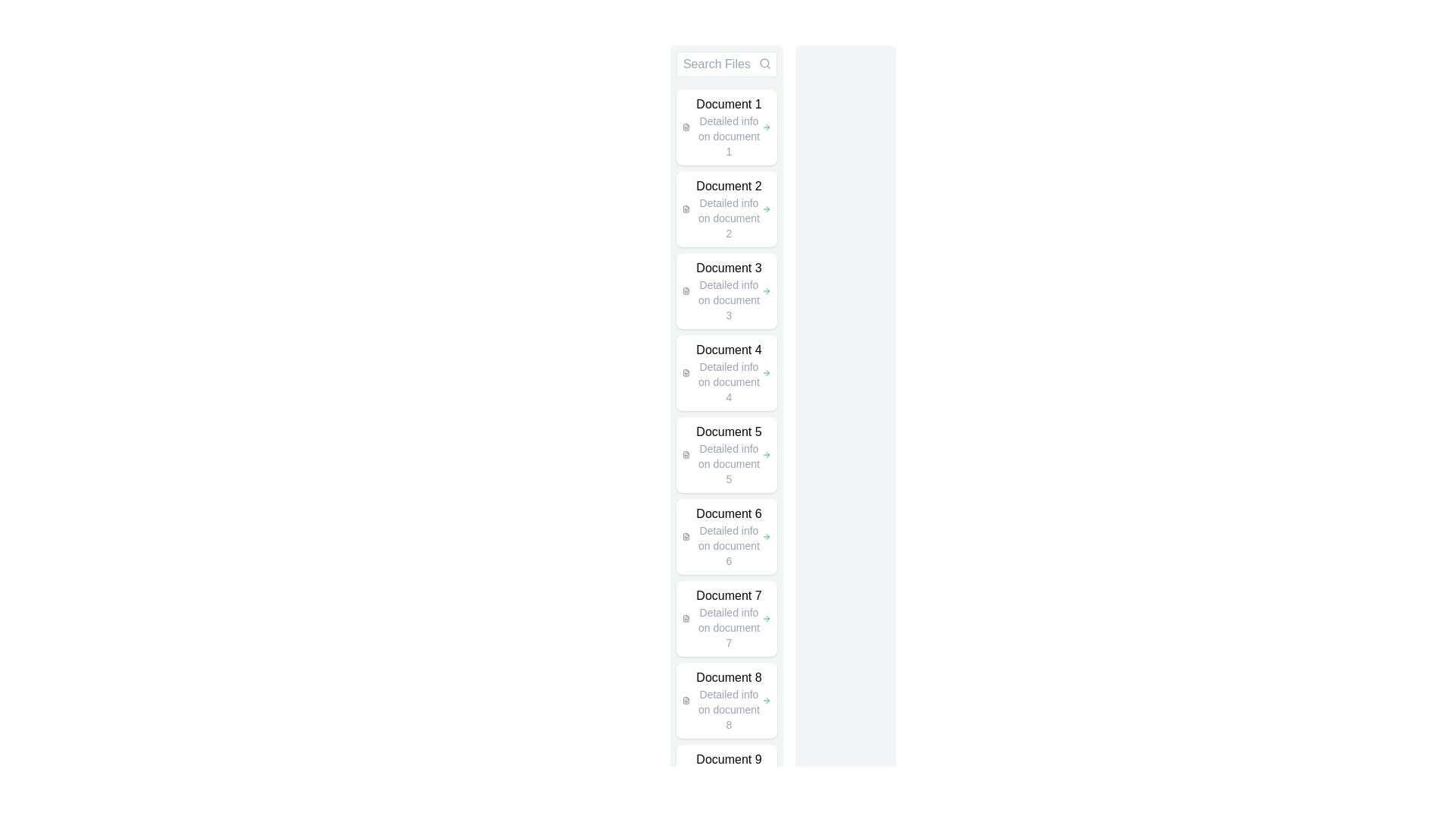  What do you see at coordinates (767, 701) in the screenshot?
I see `the green arrow icon pointing to the right, located at the end of the 'Document 8' entry` at bounding box center [767, 701].